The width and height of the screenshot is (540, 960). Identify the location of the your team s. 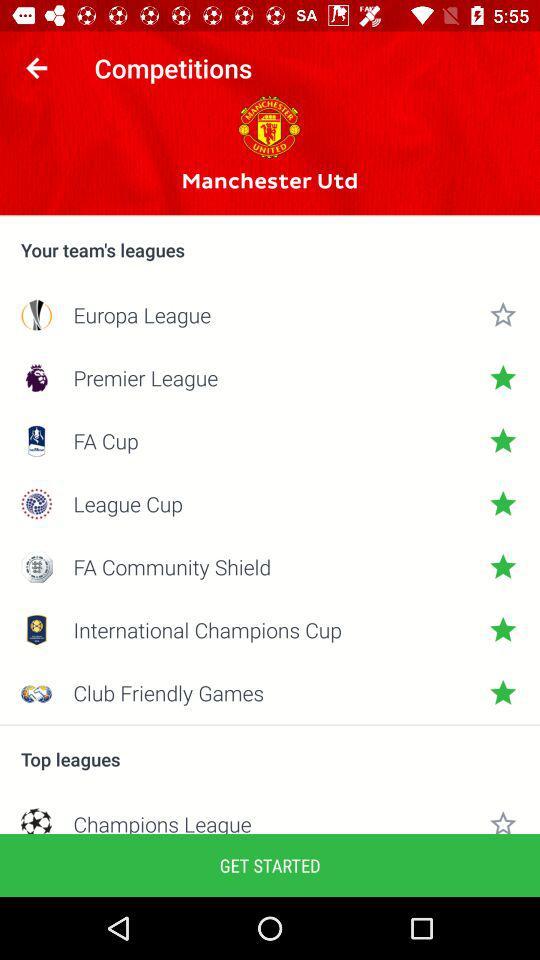
(270, 249).